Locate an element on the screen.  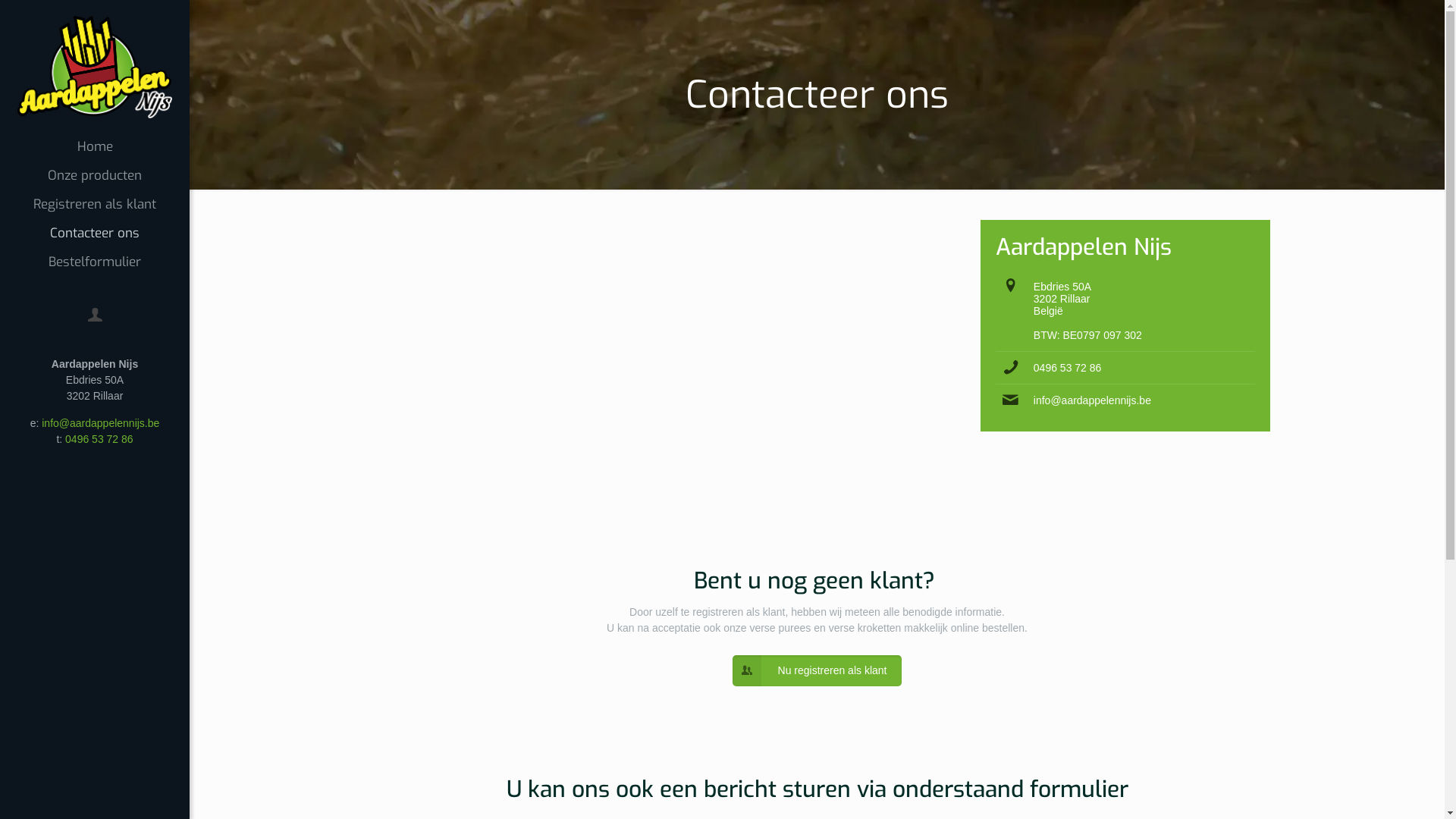
'Aardappelen Nijs' is located at coordinates (93, 65).